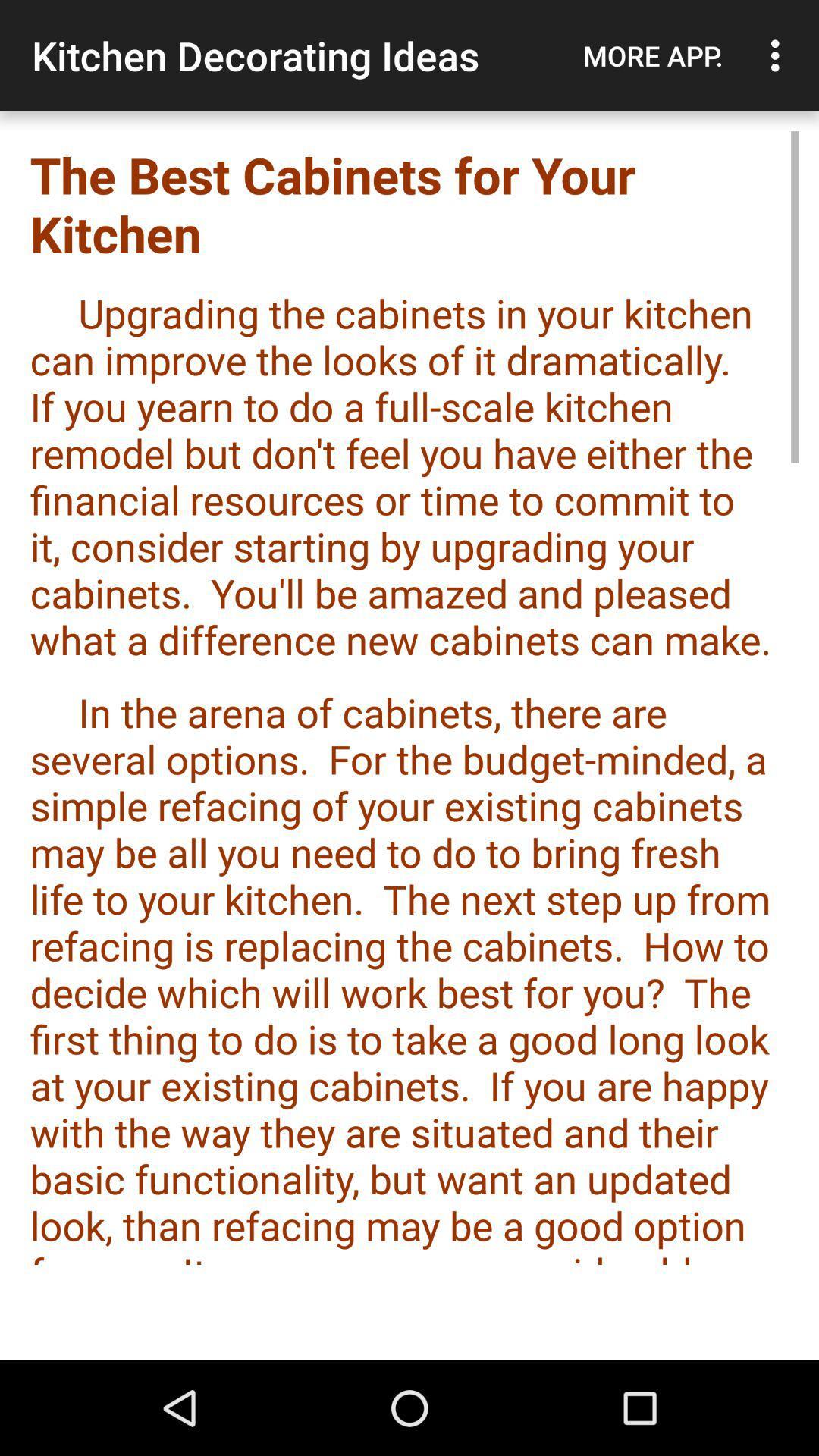  Describe the element at coordinates (779, 55) in the screenshot. I see `the item to the right of the more app. item` at that location.